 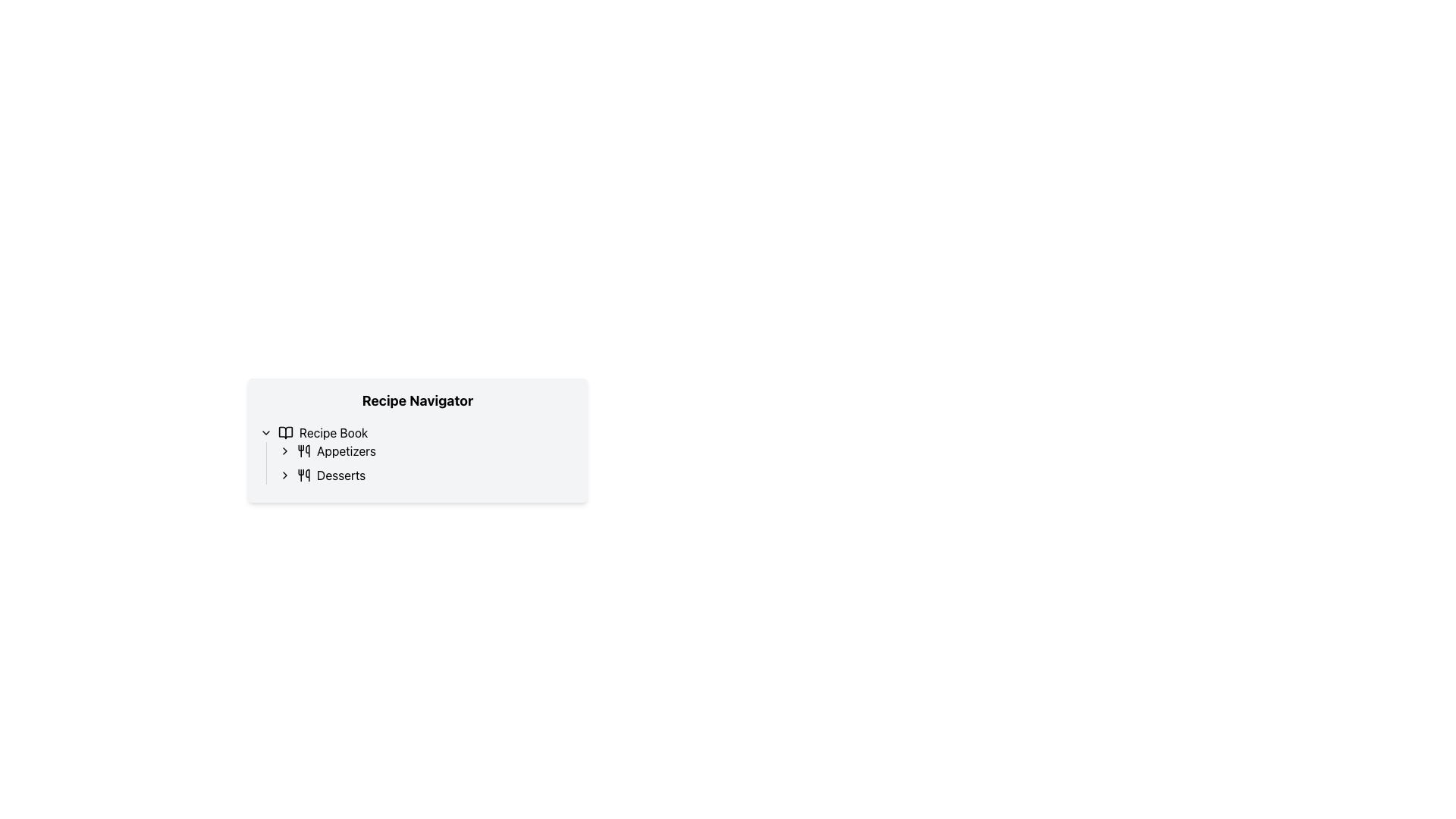 What do you see at coordinates (303, 450) in the screenshot?
I see `the food-related icon indicating 'Appetizers'` at bounding box center [303, 450].